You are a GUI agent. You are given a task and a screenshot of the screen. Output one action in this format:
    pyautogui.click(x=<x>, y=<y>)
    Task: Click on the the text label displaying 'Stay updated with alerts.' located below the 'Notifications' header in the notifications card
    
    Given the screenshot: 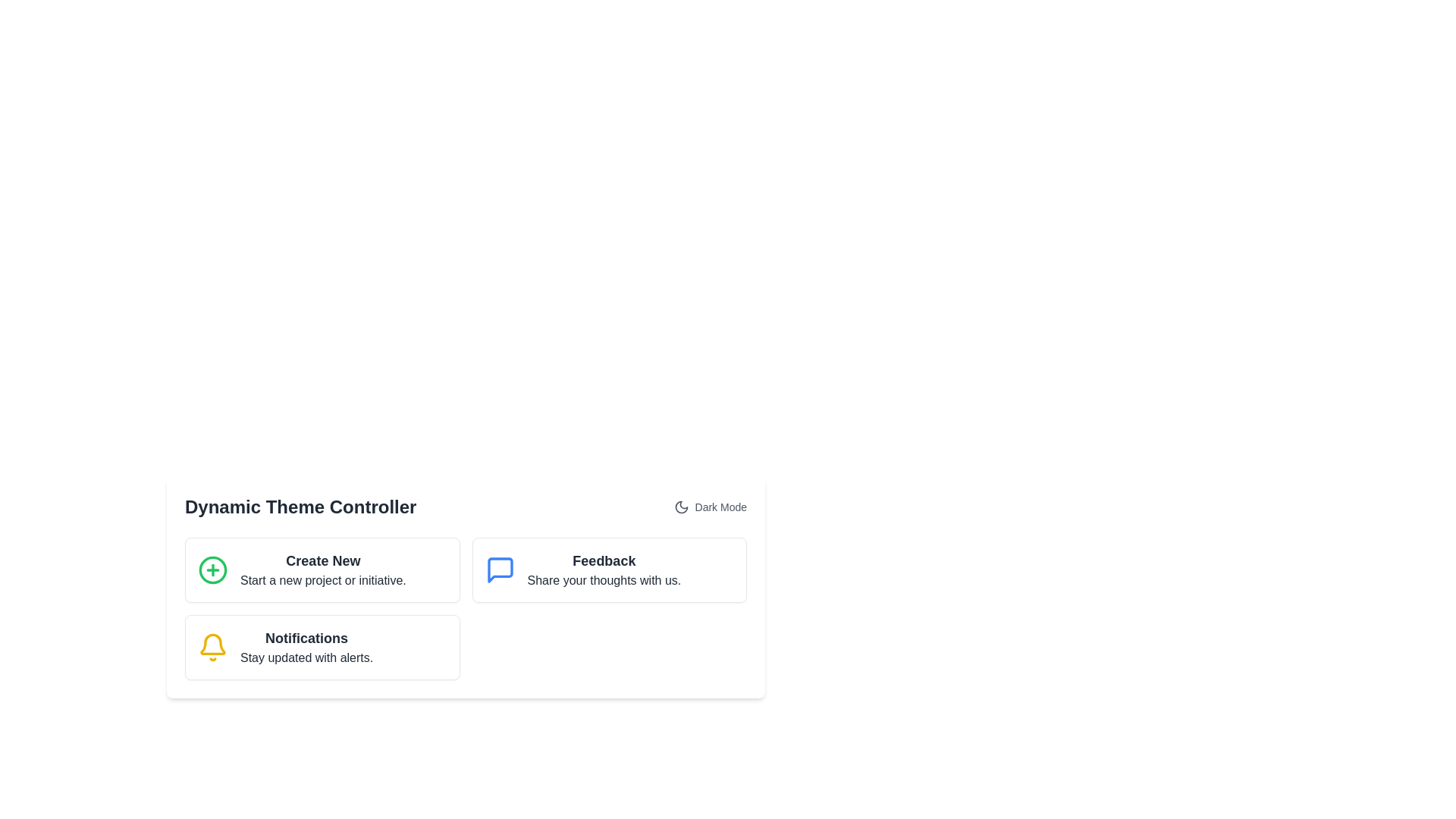 What is the action you would take?
    pyautogui.click(x=306, y=657)
    